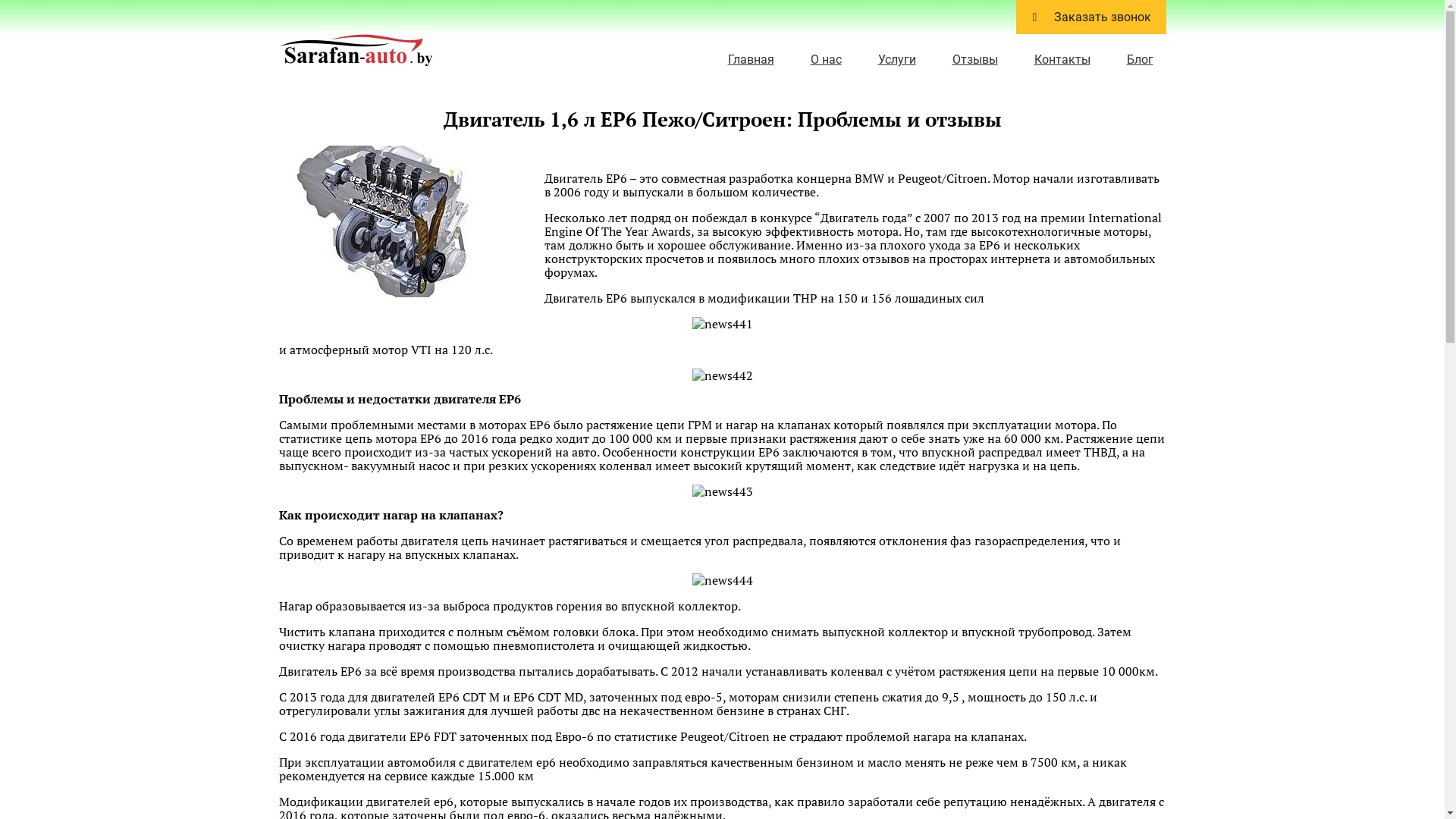 The image size is (1456, 819). Describe the element at coordinates (393, 221) in the screenshot. I see `'ep6'` at that location.